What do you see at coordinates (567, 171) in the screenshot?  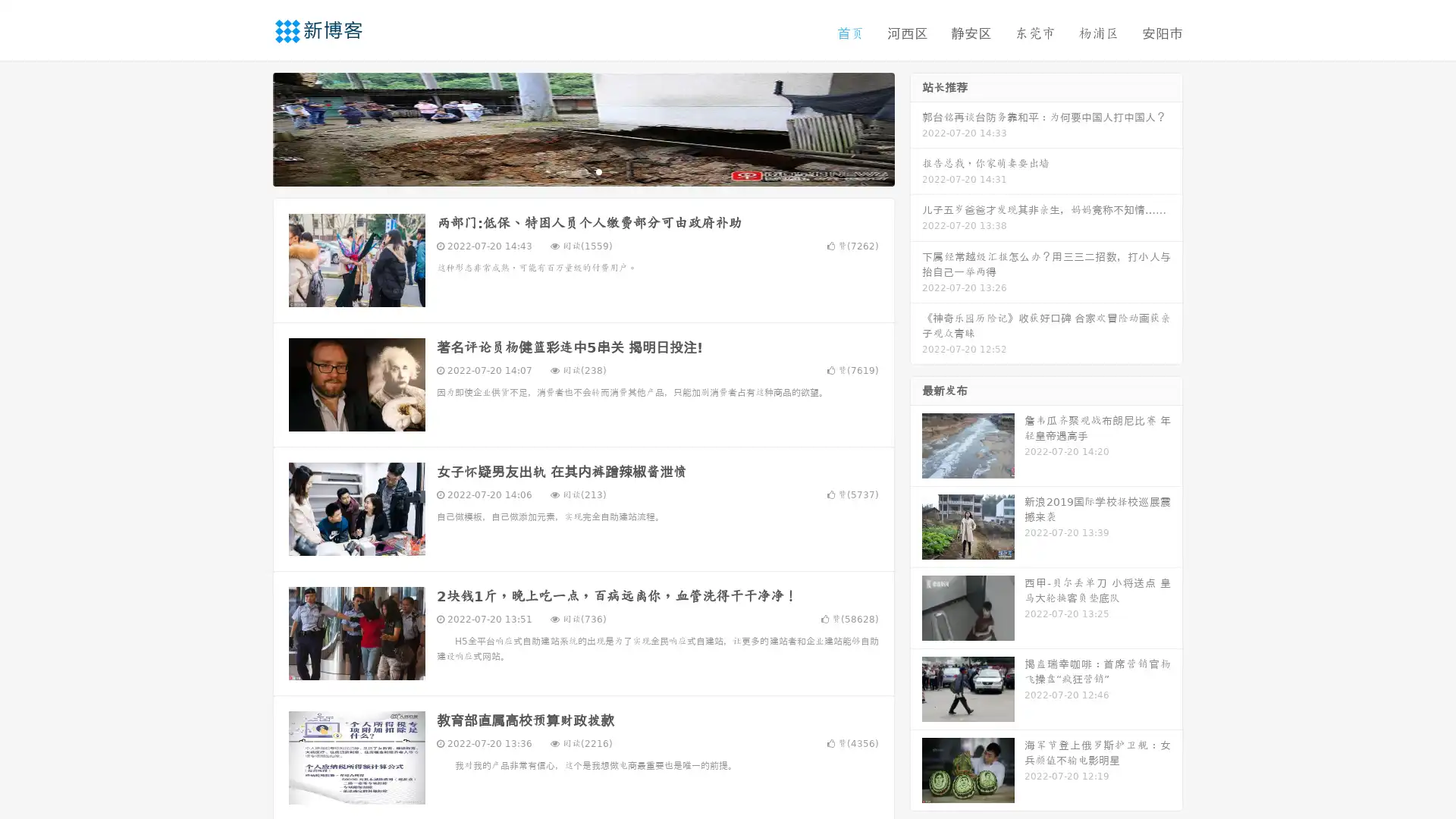 I see `Go to slide 1` at bounding box center [567, 171].